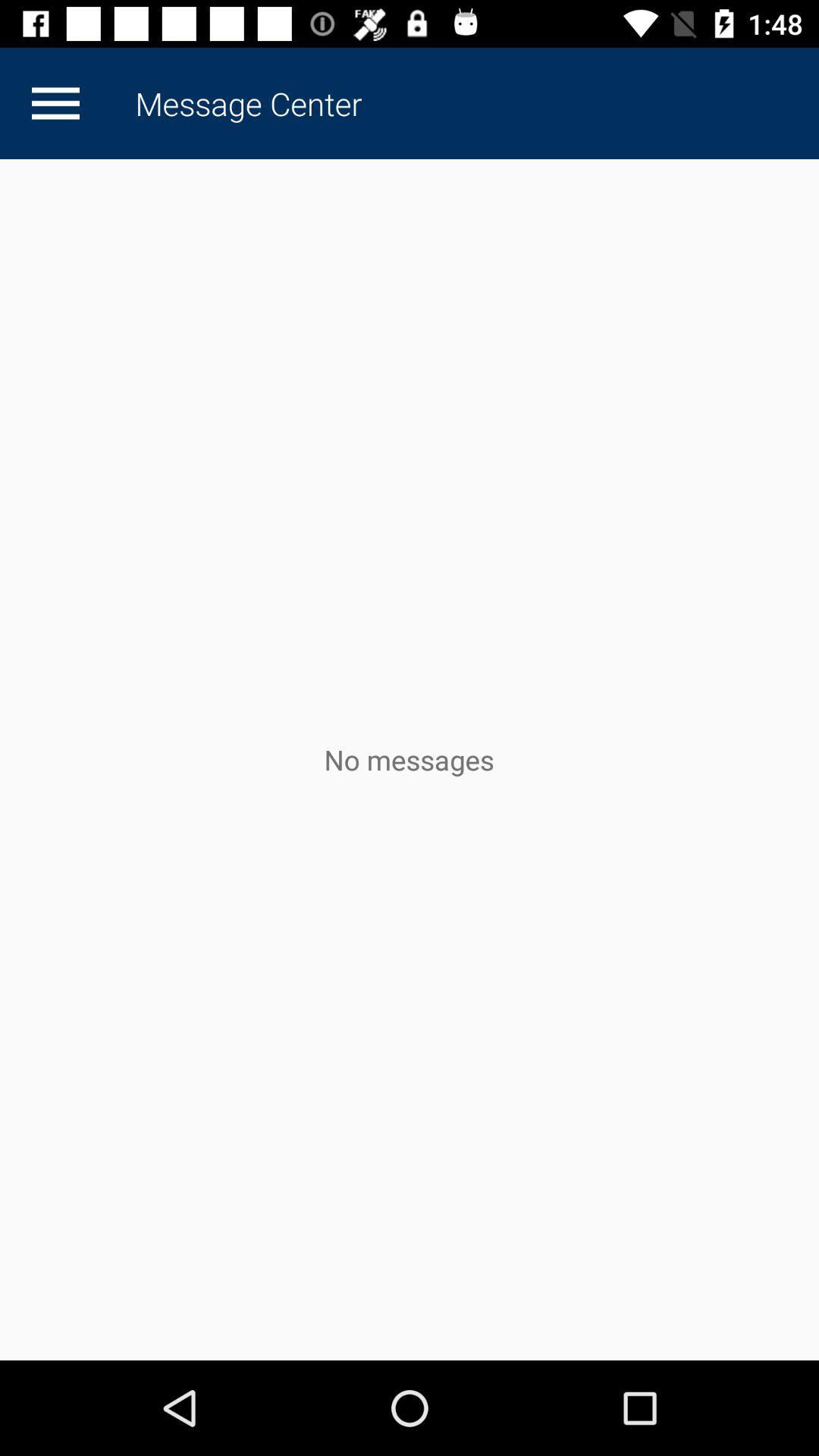  Describe the element at coordinates (55, 102) in the screenshot. I see `item at the top left corner` at that location.